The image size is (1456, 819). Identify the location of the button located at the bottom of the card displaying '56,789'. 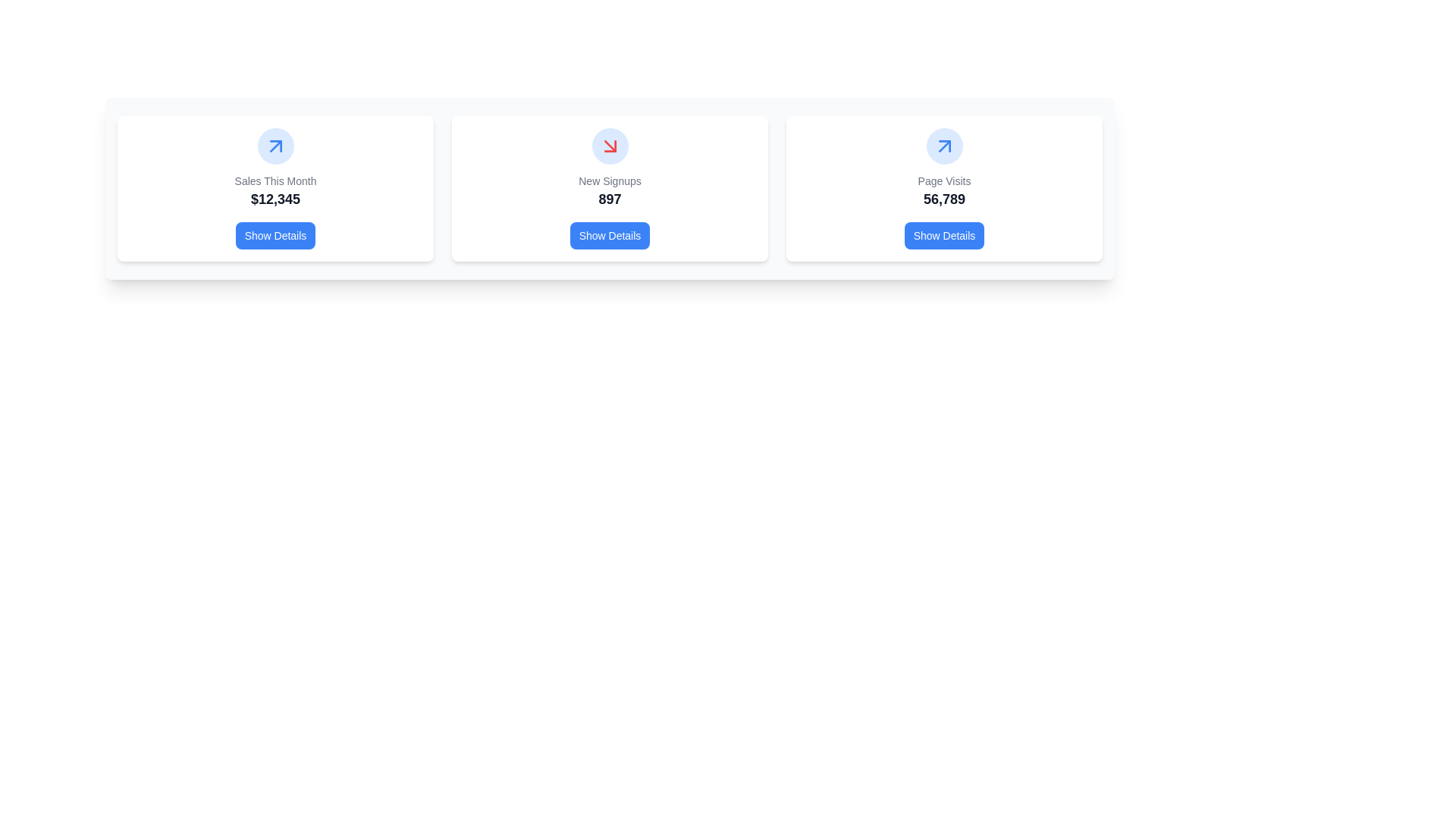
(943, 236).